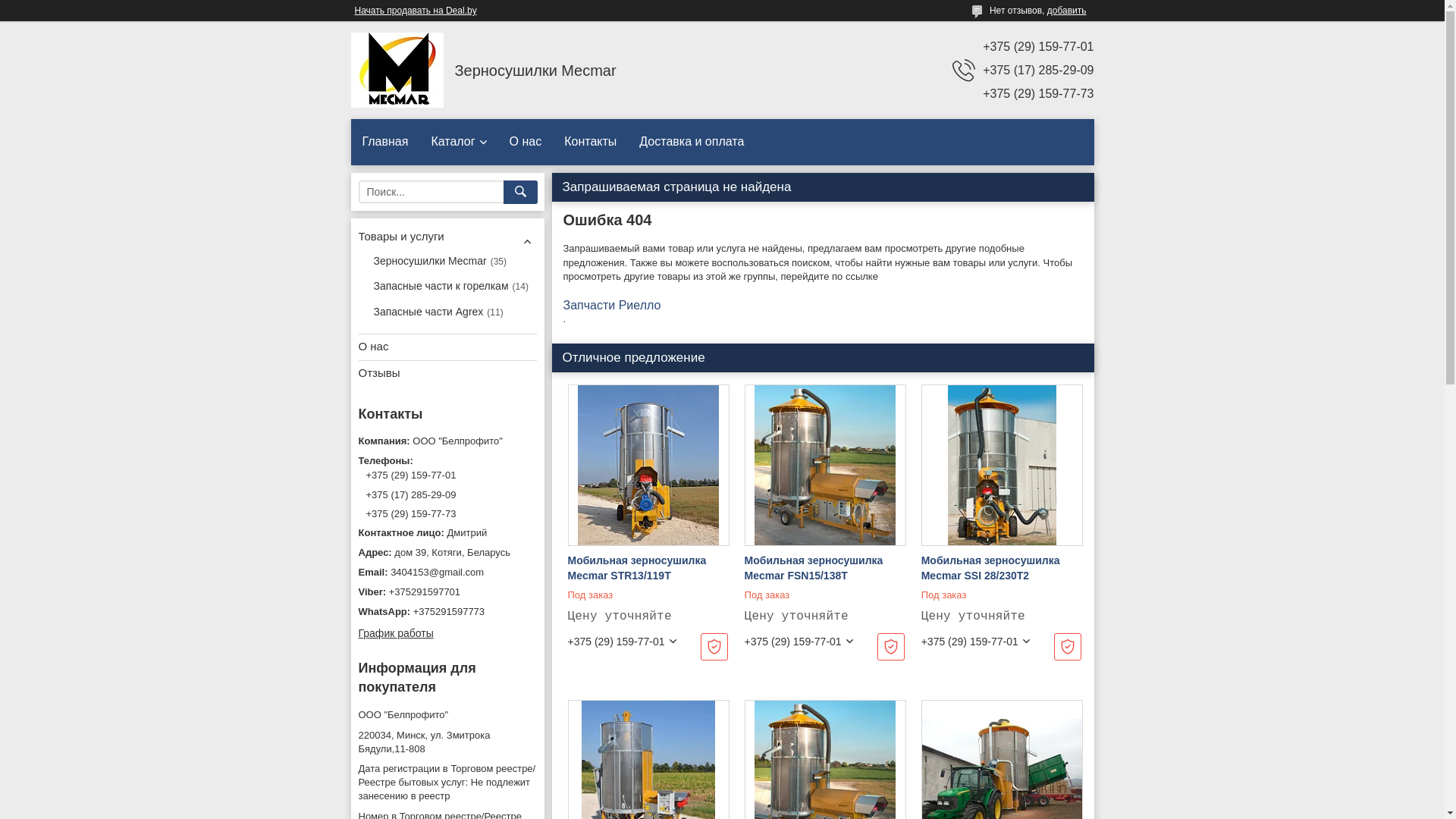 The image size is (1456, 819). Describe the element at coordinates (446, 573) in the screenshot. I see `'3404153@gmail.com'` at that location.